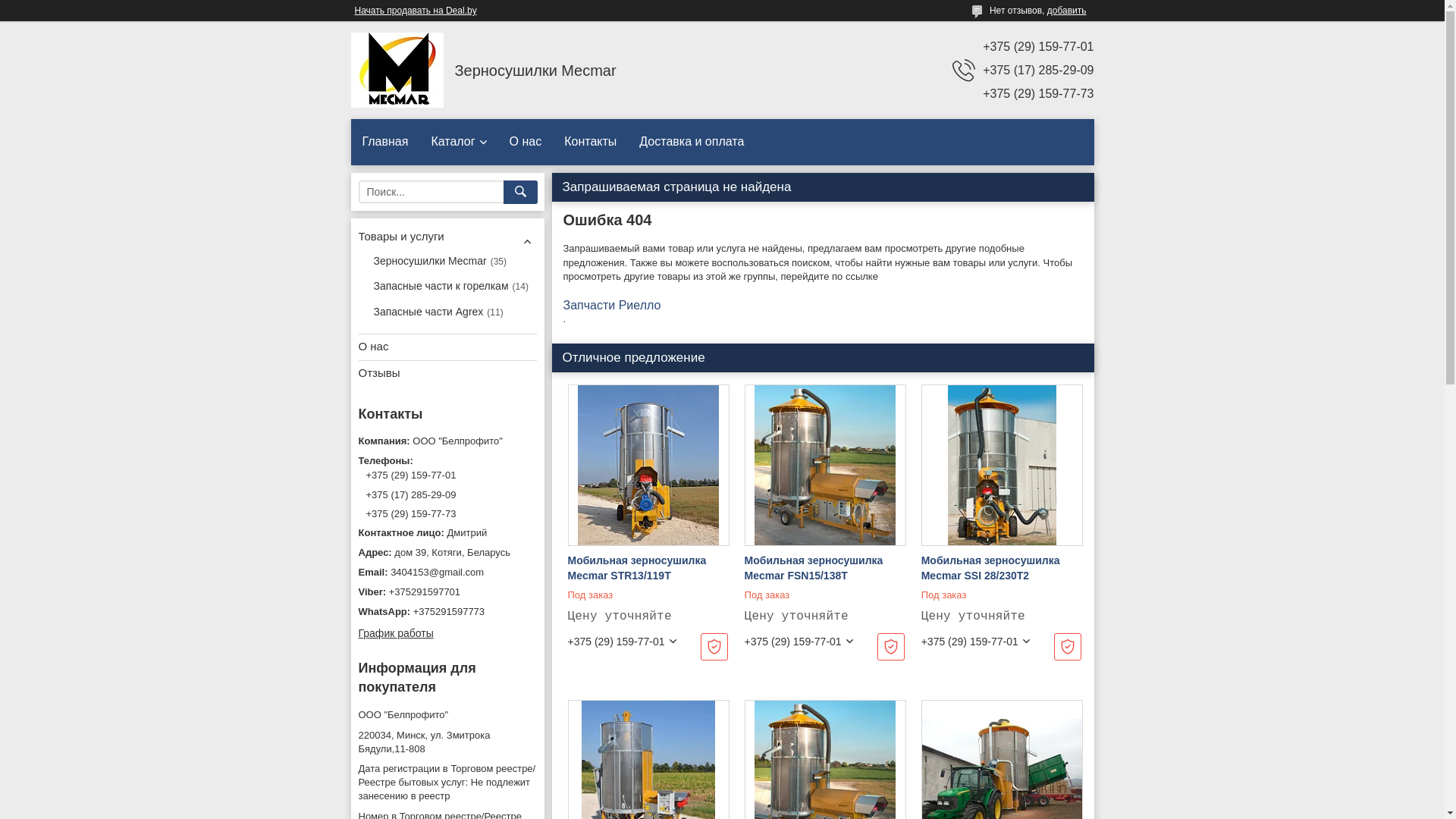 The image size is (1456, 819). Describe the element at coordinates (446, 573) in the screenshot. I see `'3404153@gmail.com'` at that location.